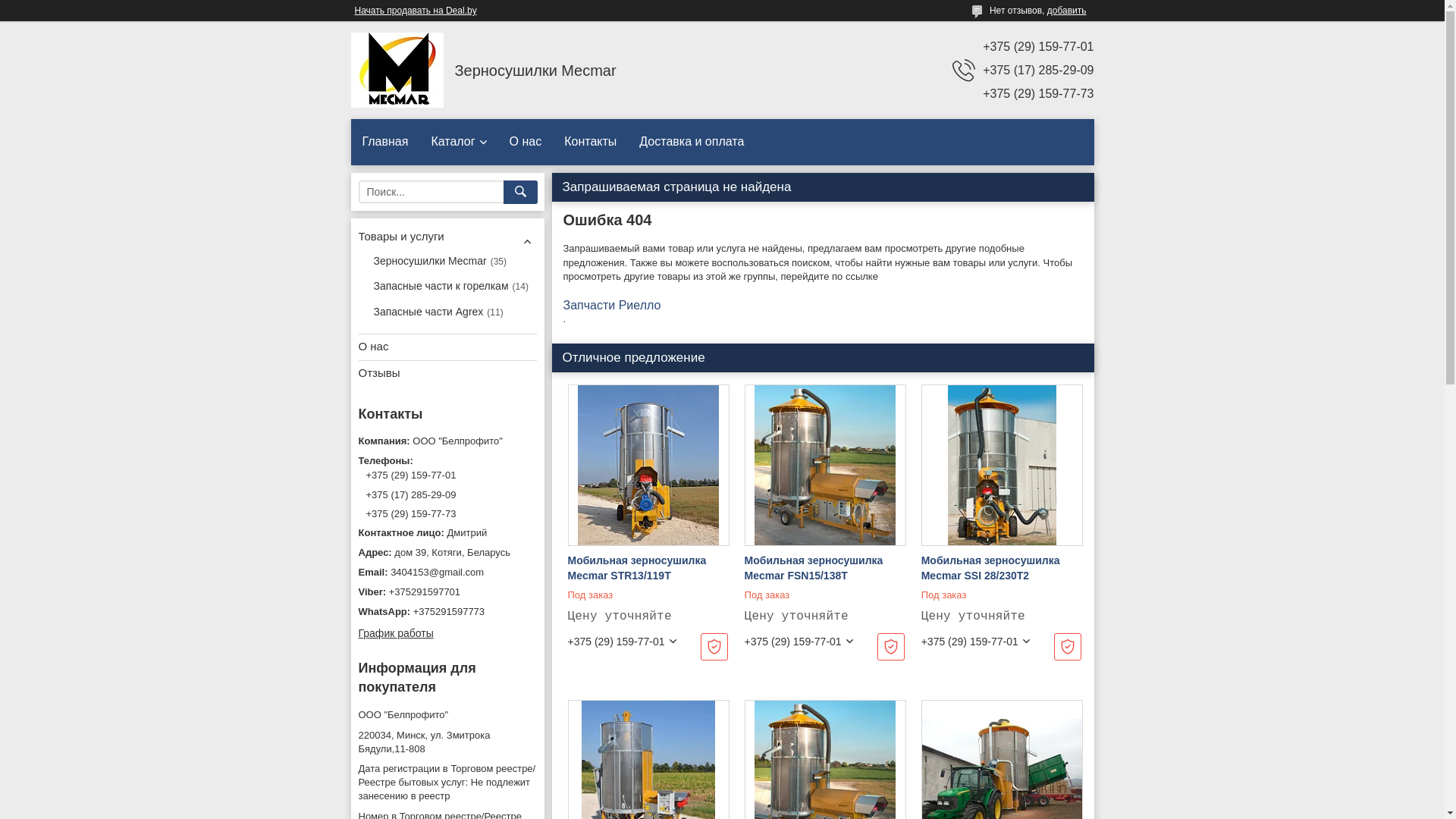 The image size is (1456, 819). Describe the element at coordinates (446, 573) in the screenshot. I see `'3404153@gmail.com'` at that location.